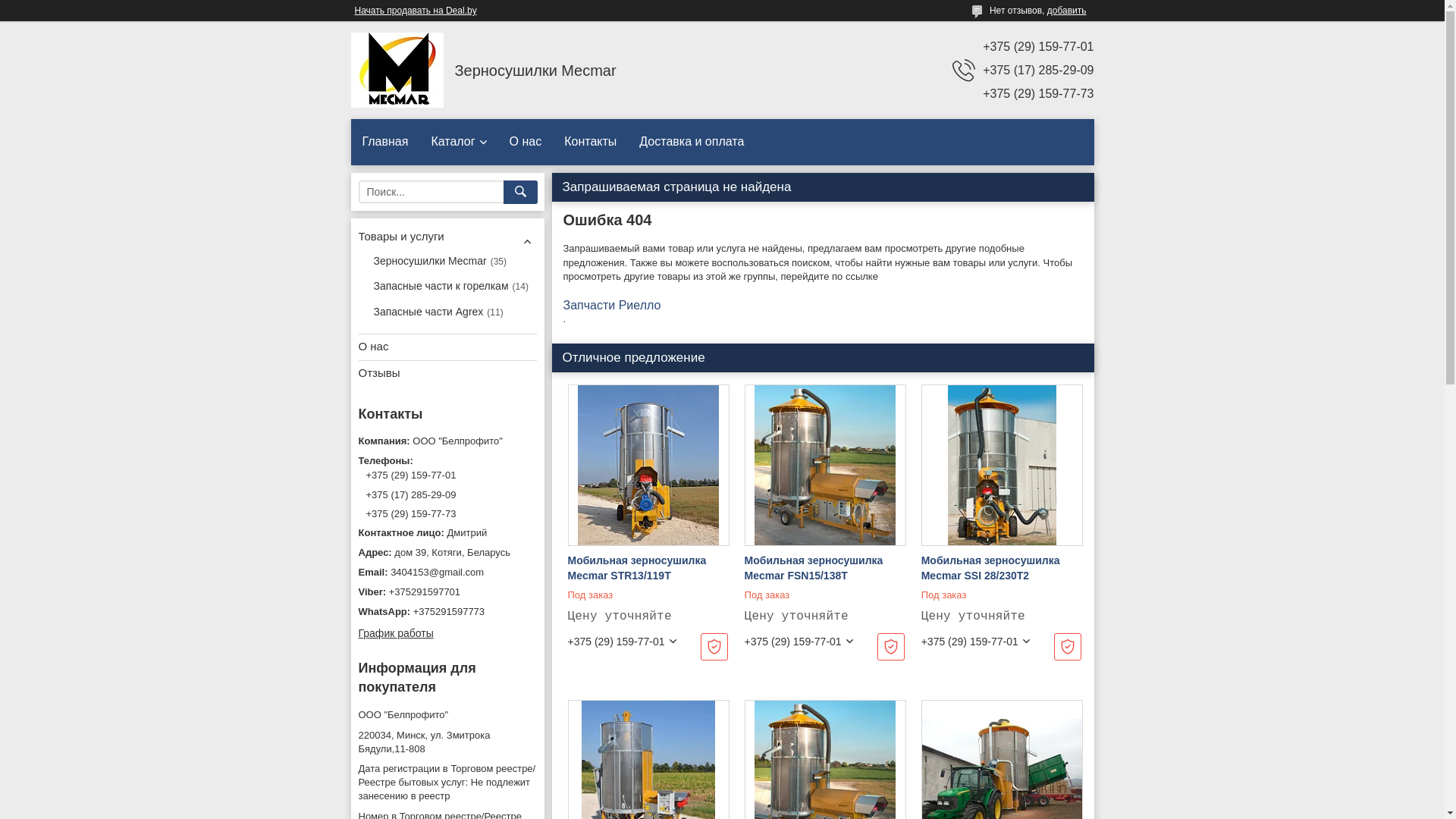 The image size is (1456, 819). Describe the element at coordinates (446, 573) in the screenshot. I see `'3404153@gmail.com'` at that location.